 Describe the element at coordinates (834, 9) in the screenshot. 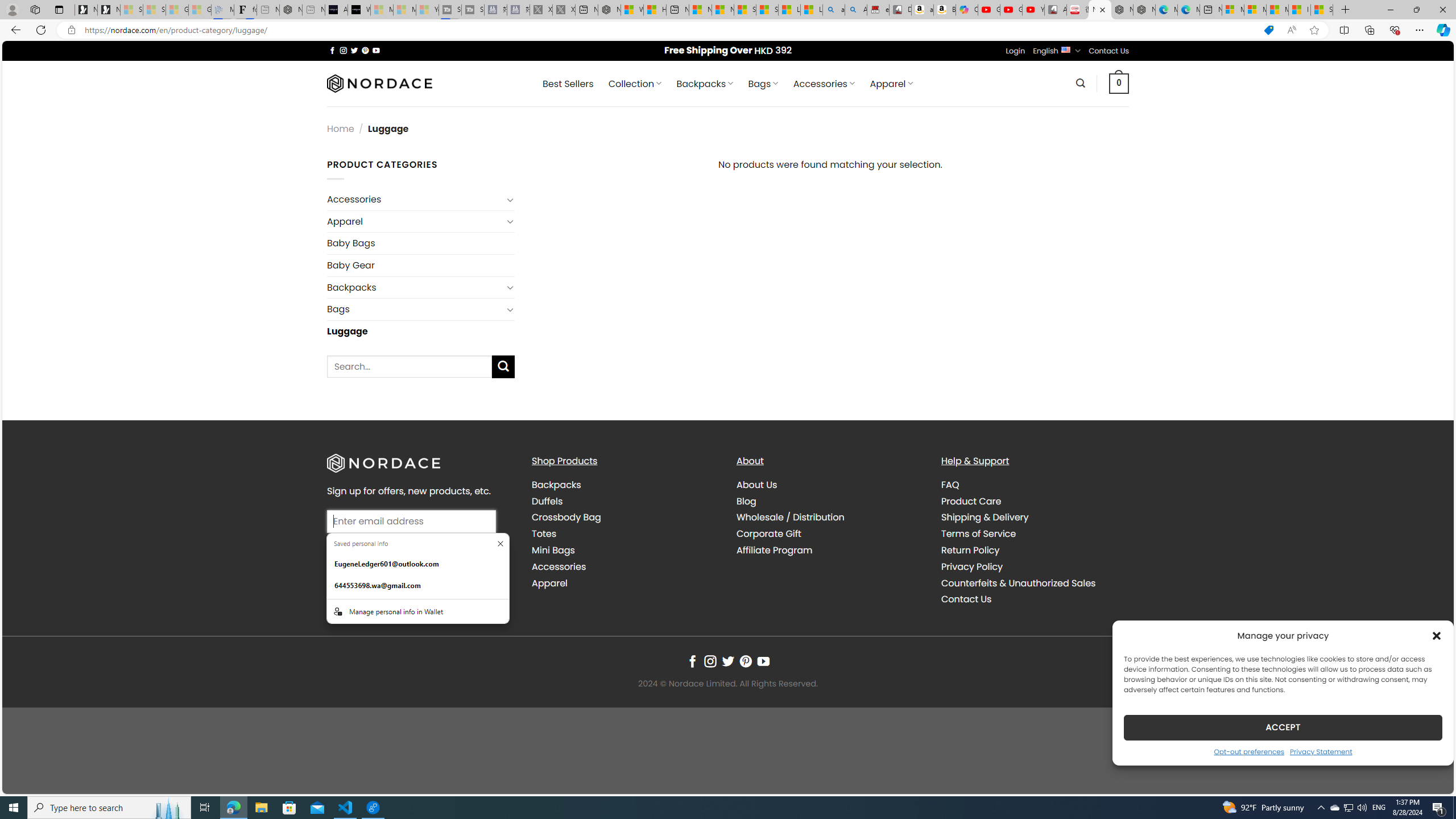

I see `'amazon - Search'` at that location.